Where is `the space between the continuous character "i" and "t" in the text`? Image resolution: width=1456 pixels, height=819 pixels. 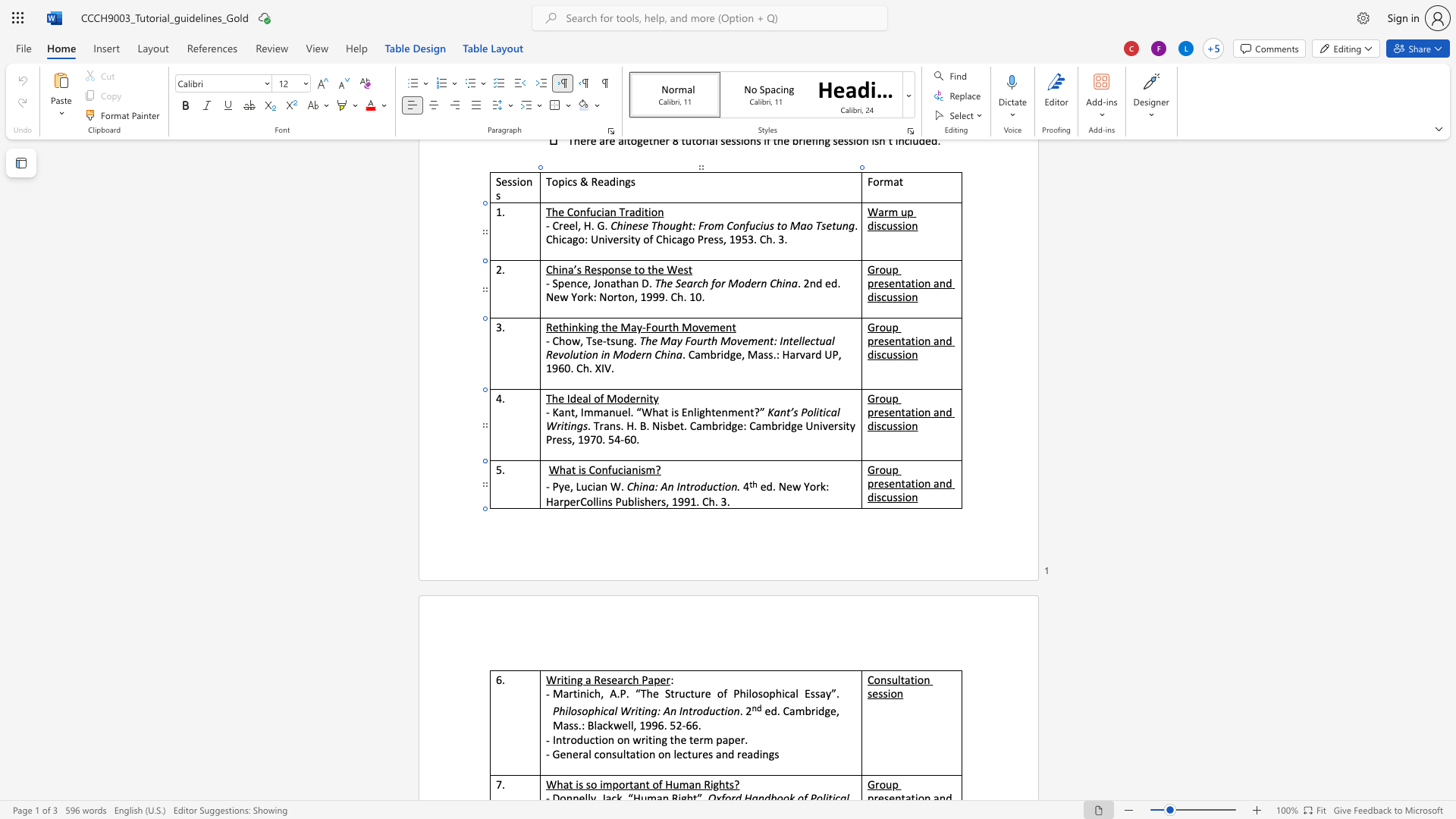 the space between the continuous character "i" and "t" in the text is located at coordinates (563, 679).